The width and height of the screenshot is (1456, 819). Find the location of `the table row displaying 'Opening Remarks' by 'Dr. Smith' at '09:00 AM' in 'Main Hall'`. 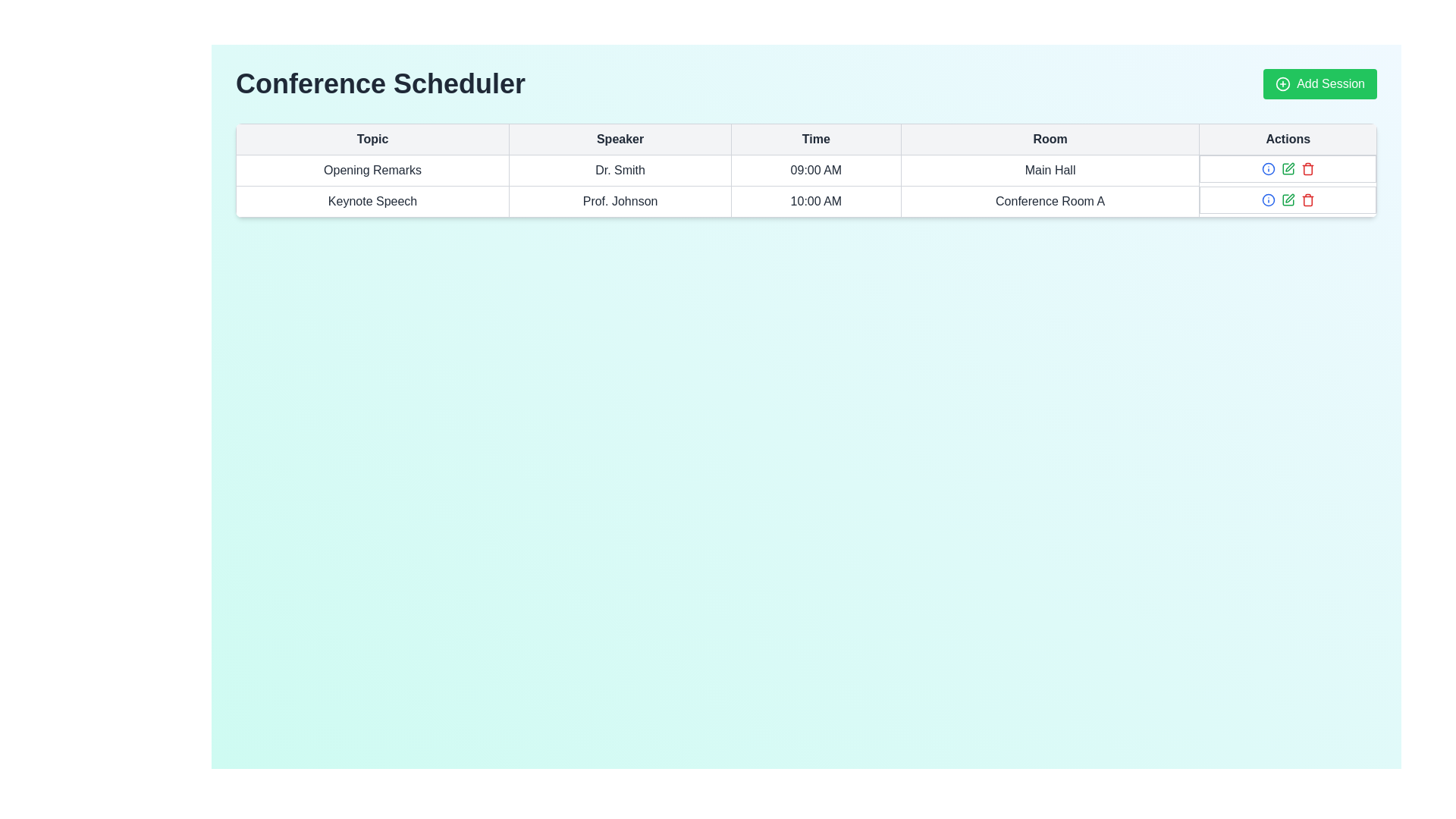

the table row displaying 'Opening Remarks' by 'Dr. Smith' at '09:00 AM' in 'Main Hall' is located at coordinates (805, 170).